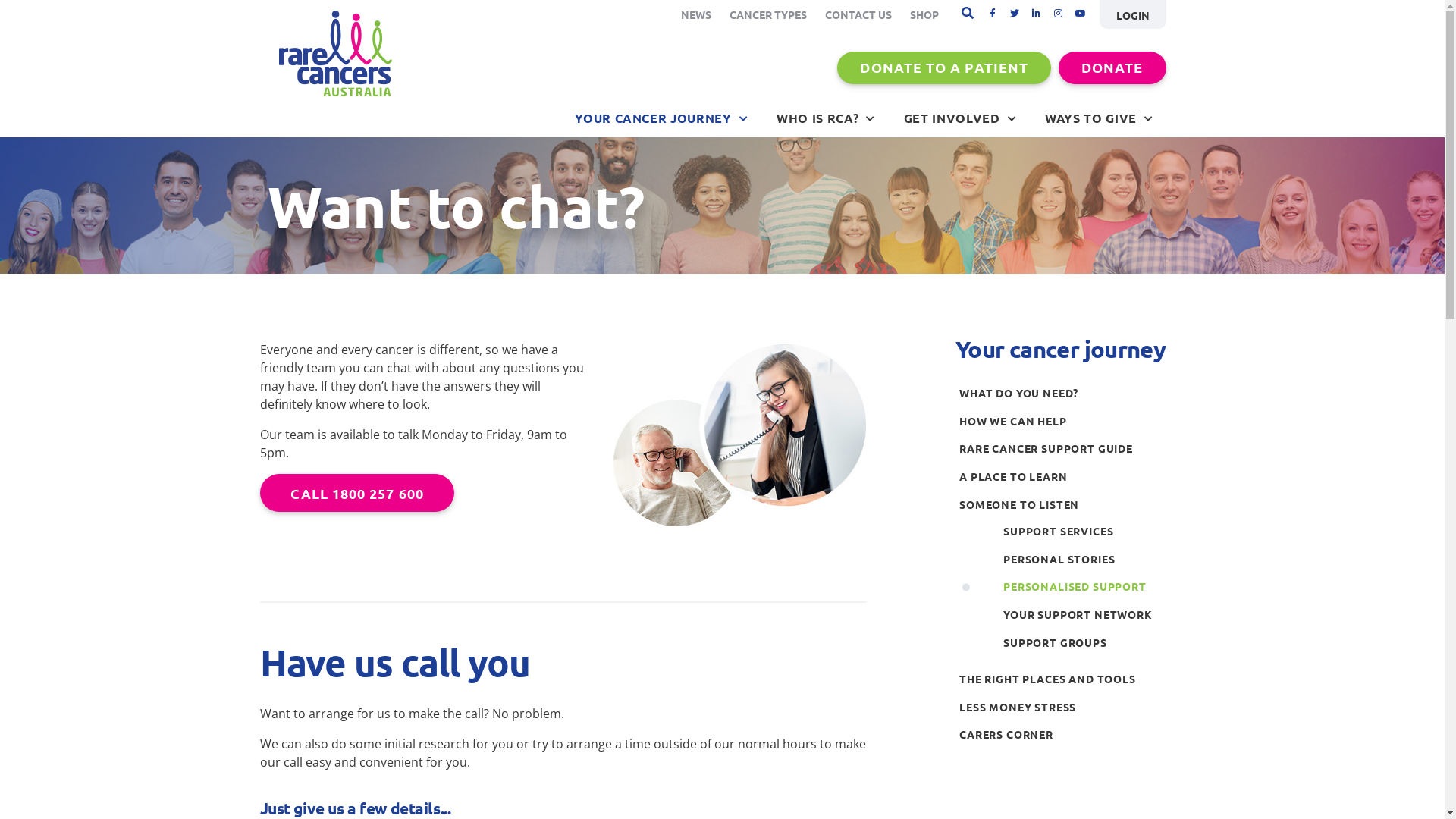 Image resolution: width=1456 pixels, height=819 pixels. What do you see at coordinates (1087, 642) in the screenshot?
I see `'SUPPORT GROUPS'` at bounding box center [1087, 642].